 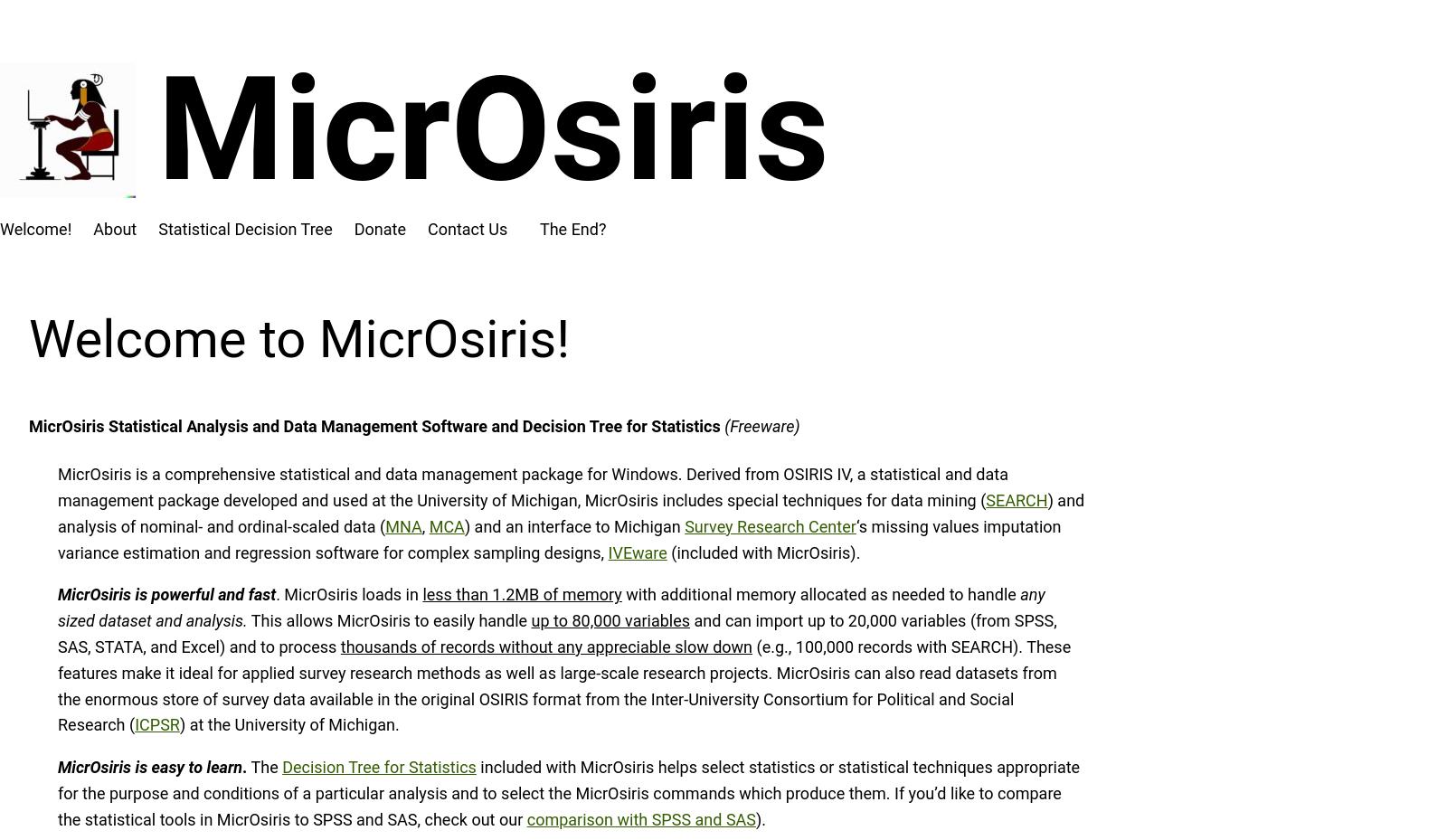 I want to click on ') at the University of Michigan.', so click(x=177, y=723).